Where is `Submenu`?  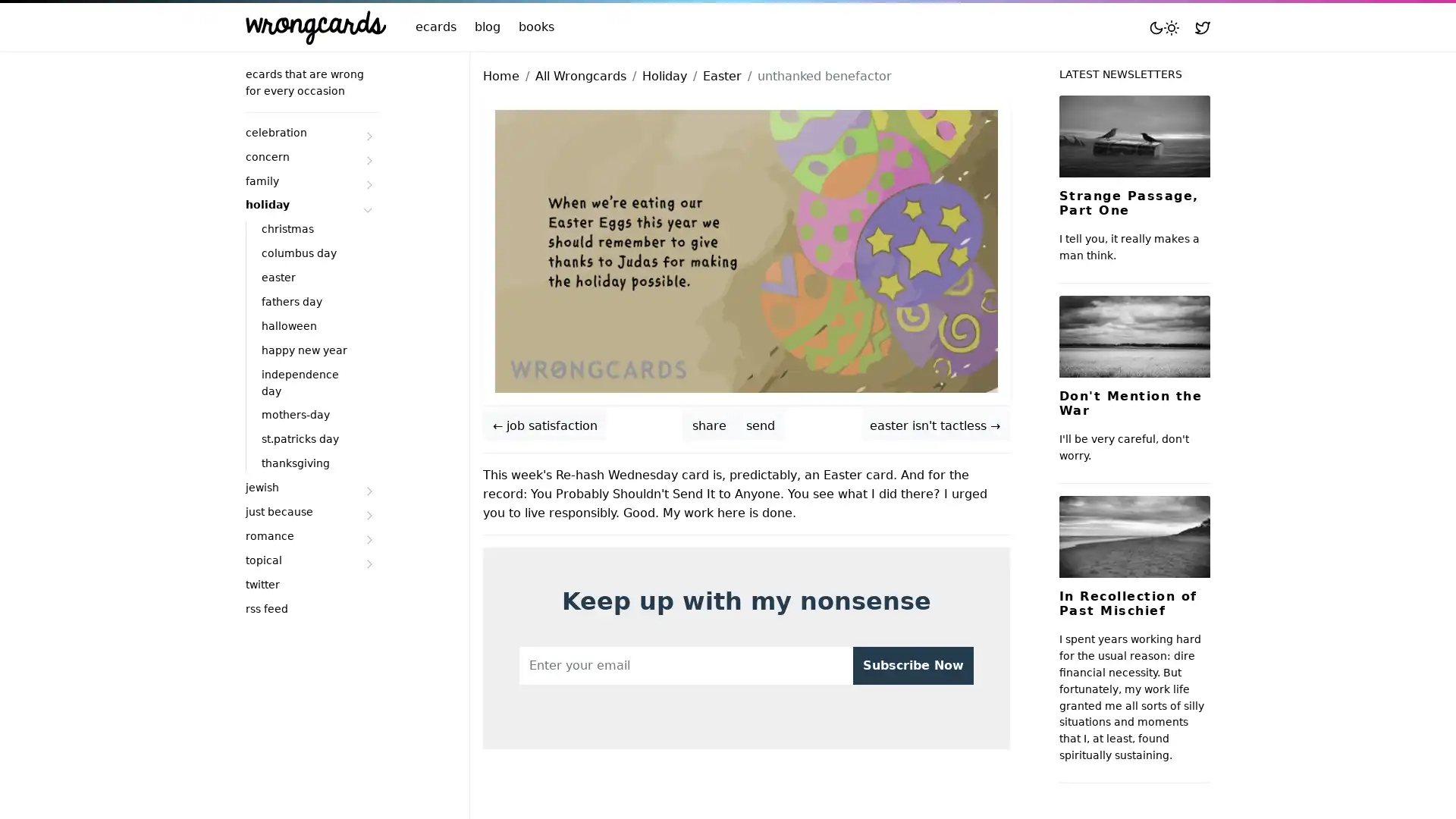 Submenu is located at coordinates (367, 208).